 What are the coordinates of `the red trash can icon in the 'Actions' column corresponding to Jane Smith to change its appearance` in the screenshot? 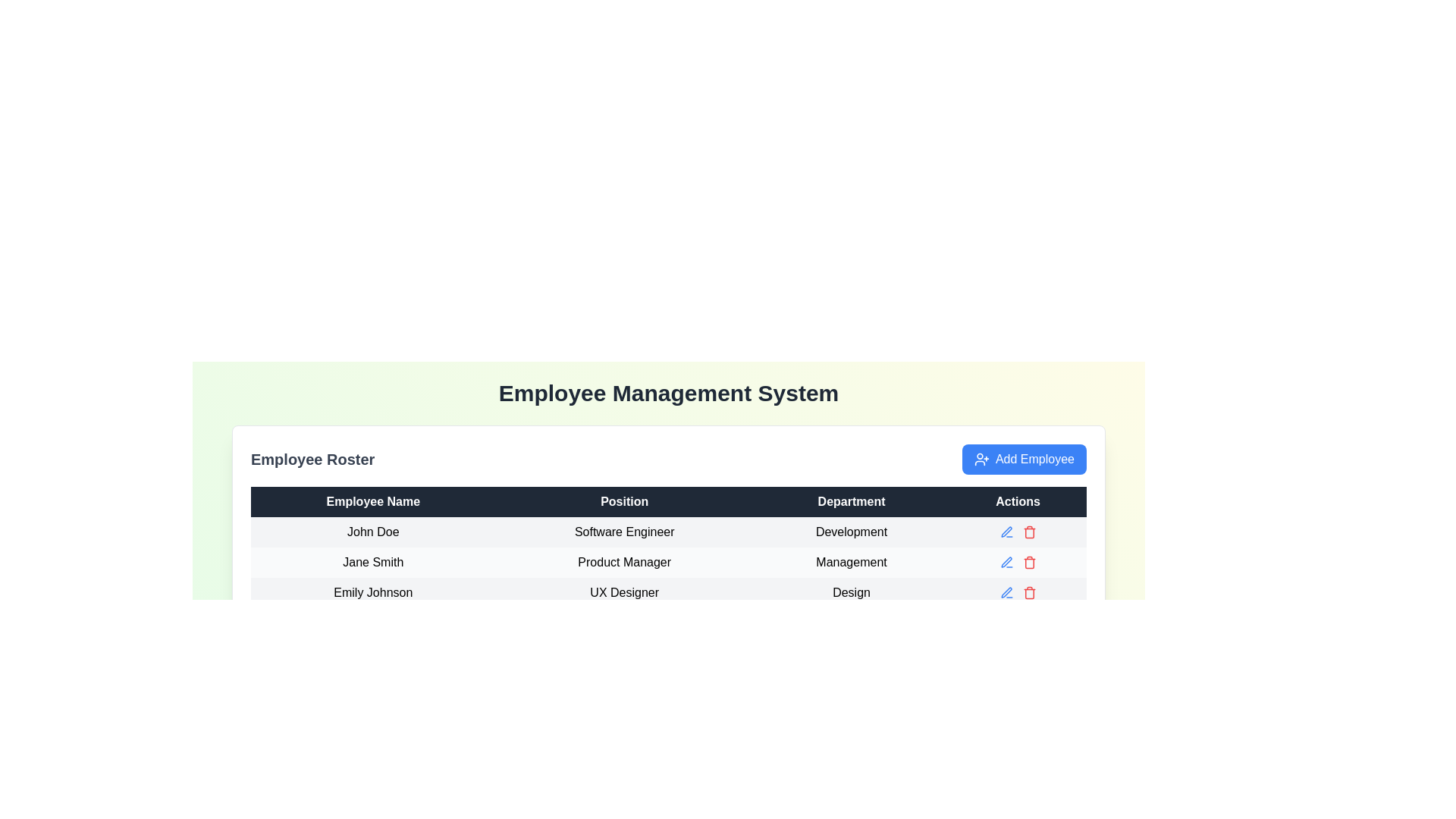 It's located at (1029, 562).